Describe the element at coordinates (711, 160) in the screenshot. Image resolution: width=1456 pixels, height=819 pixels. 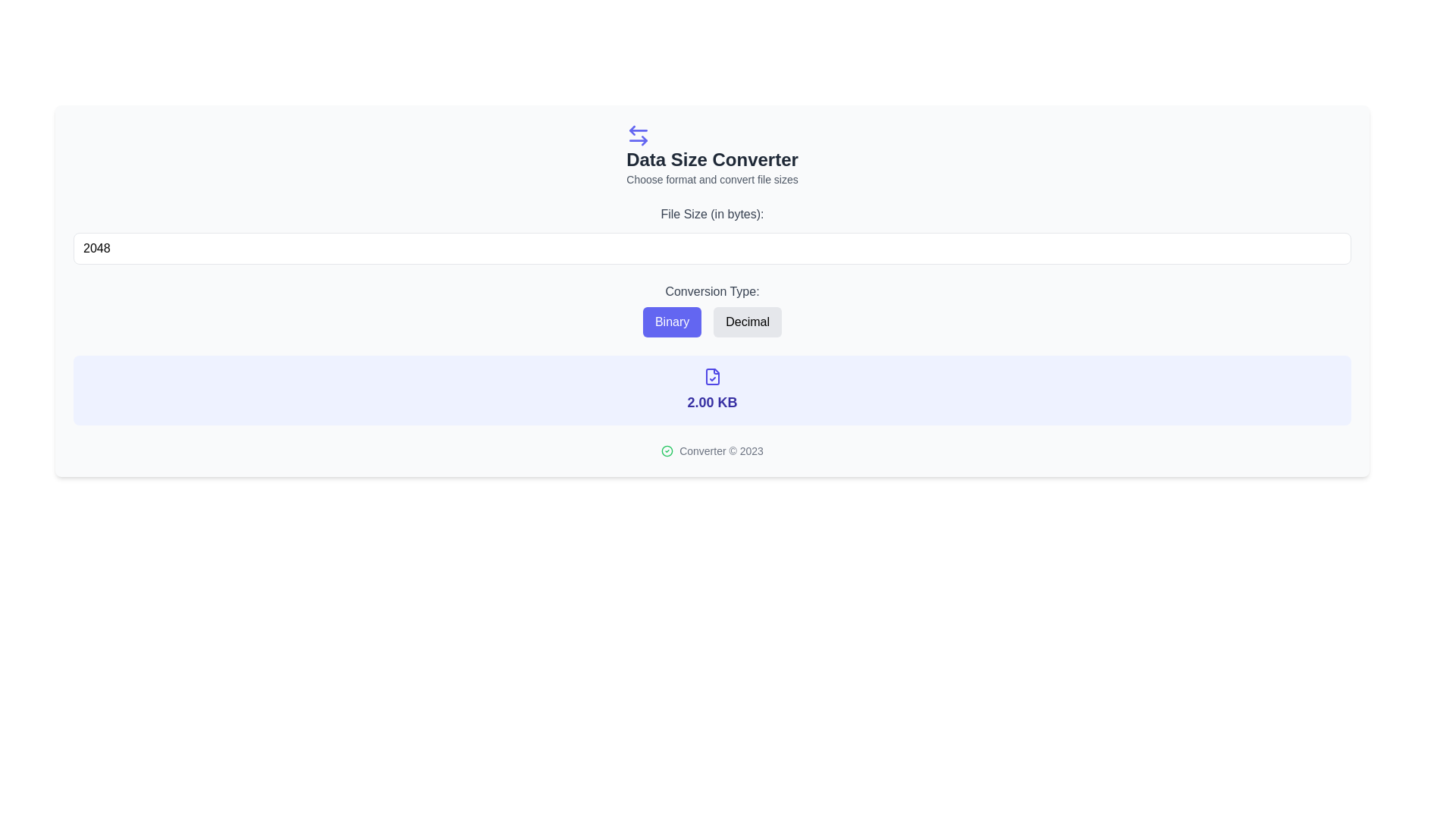
I see `text header labeled 'Data Size Converter', which is prominently displayed in bold, large font at the top of the page` at that location.